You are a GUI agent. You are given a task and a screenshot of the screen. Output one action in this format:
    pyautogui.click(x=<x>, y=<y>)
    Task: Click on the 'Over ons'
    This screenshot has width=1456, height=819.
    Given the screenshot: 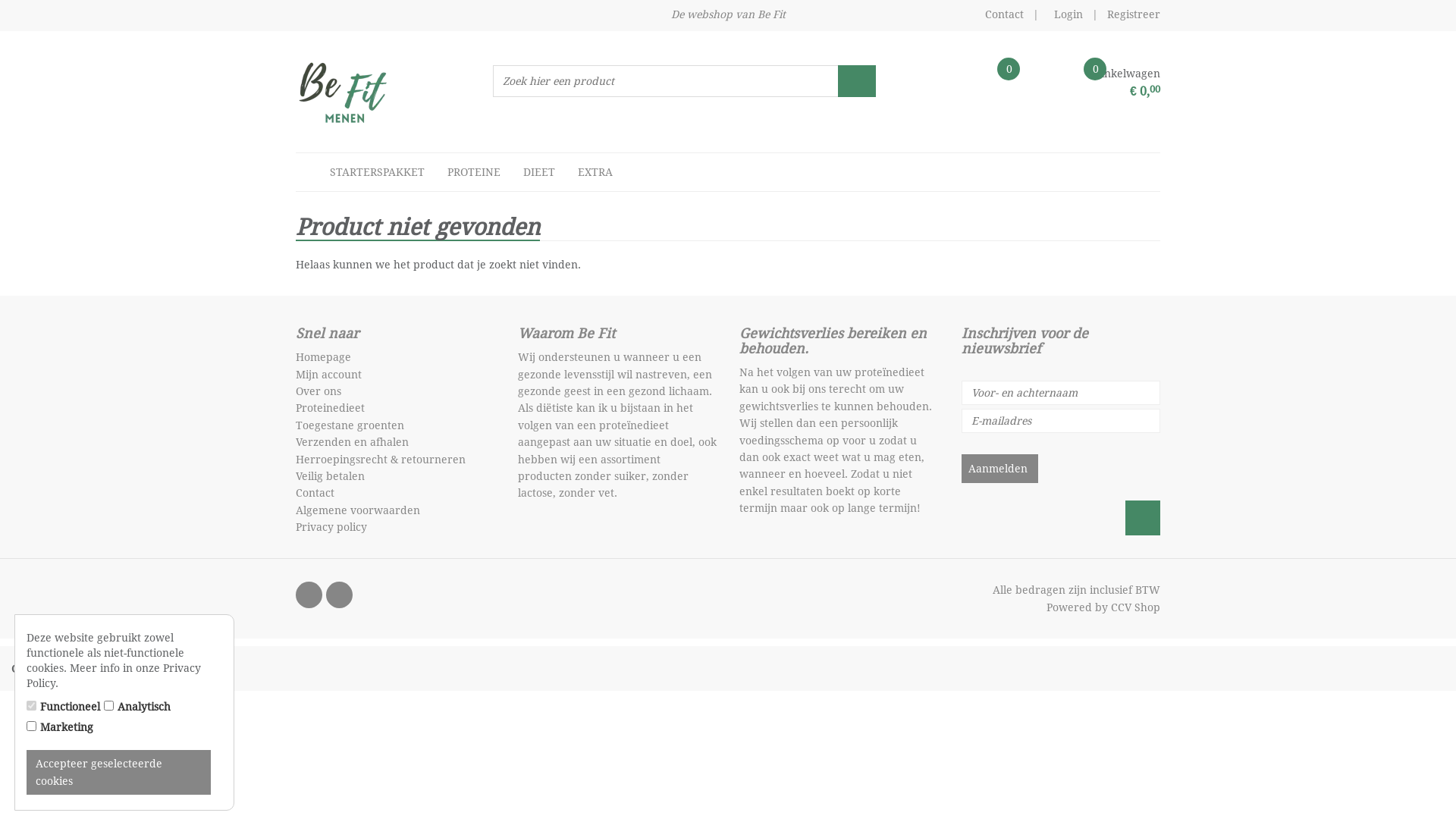 What is the action you would take?
    pyautogui.click(x=318, y=391)
    